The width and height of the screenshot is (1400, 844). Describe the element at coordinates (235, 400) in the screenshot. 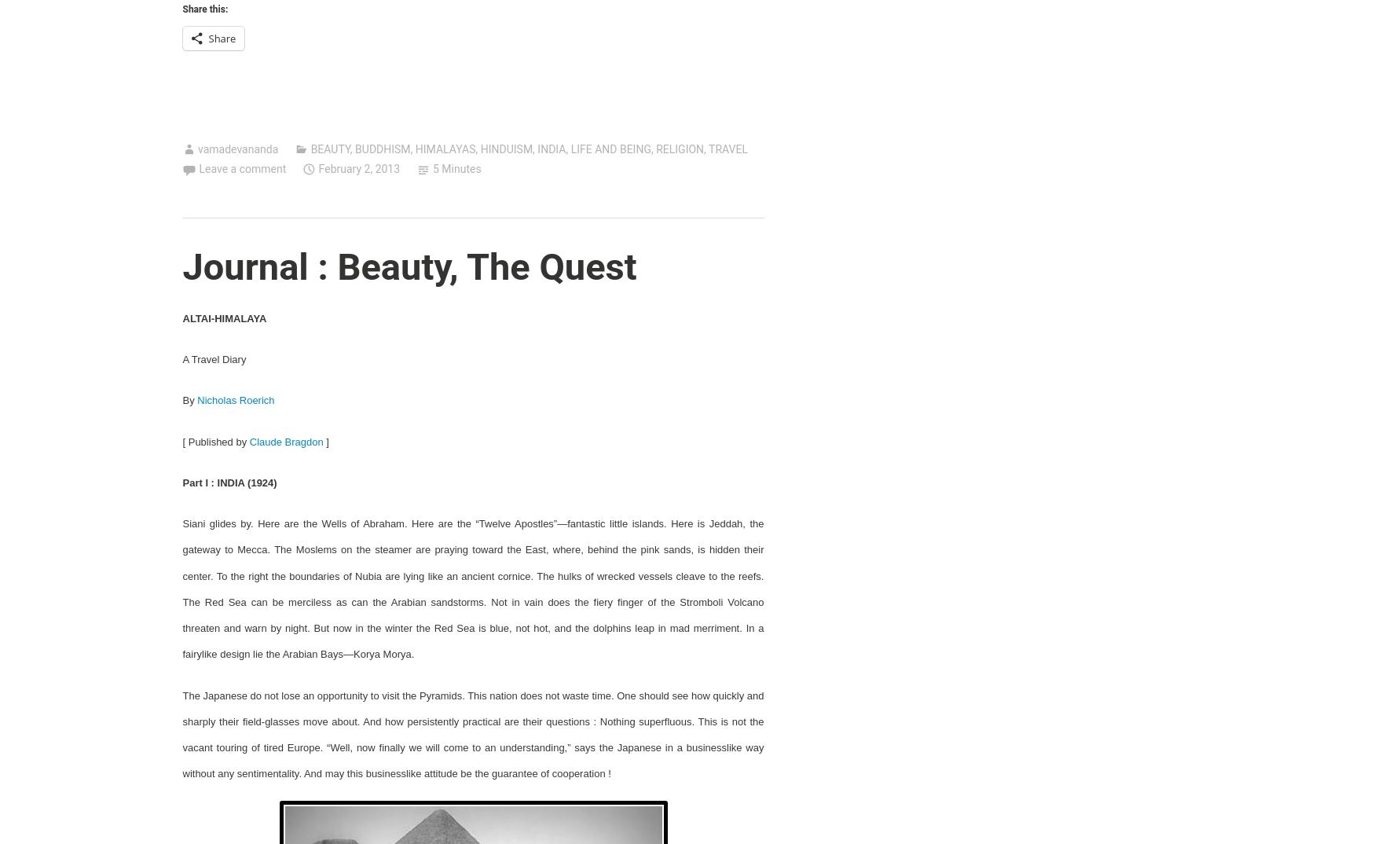

I see `'Nicholas Roerich'` at that location.